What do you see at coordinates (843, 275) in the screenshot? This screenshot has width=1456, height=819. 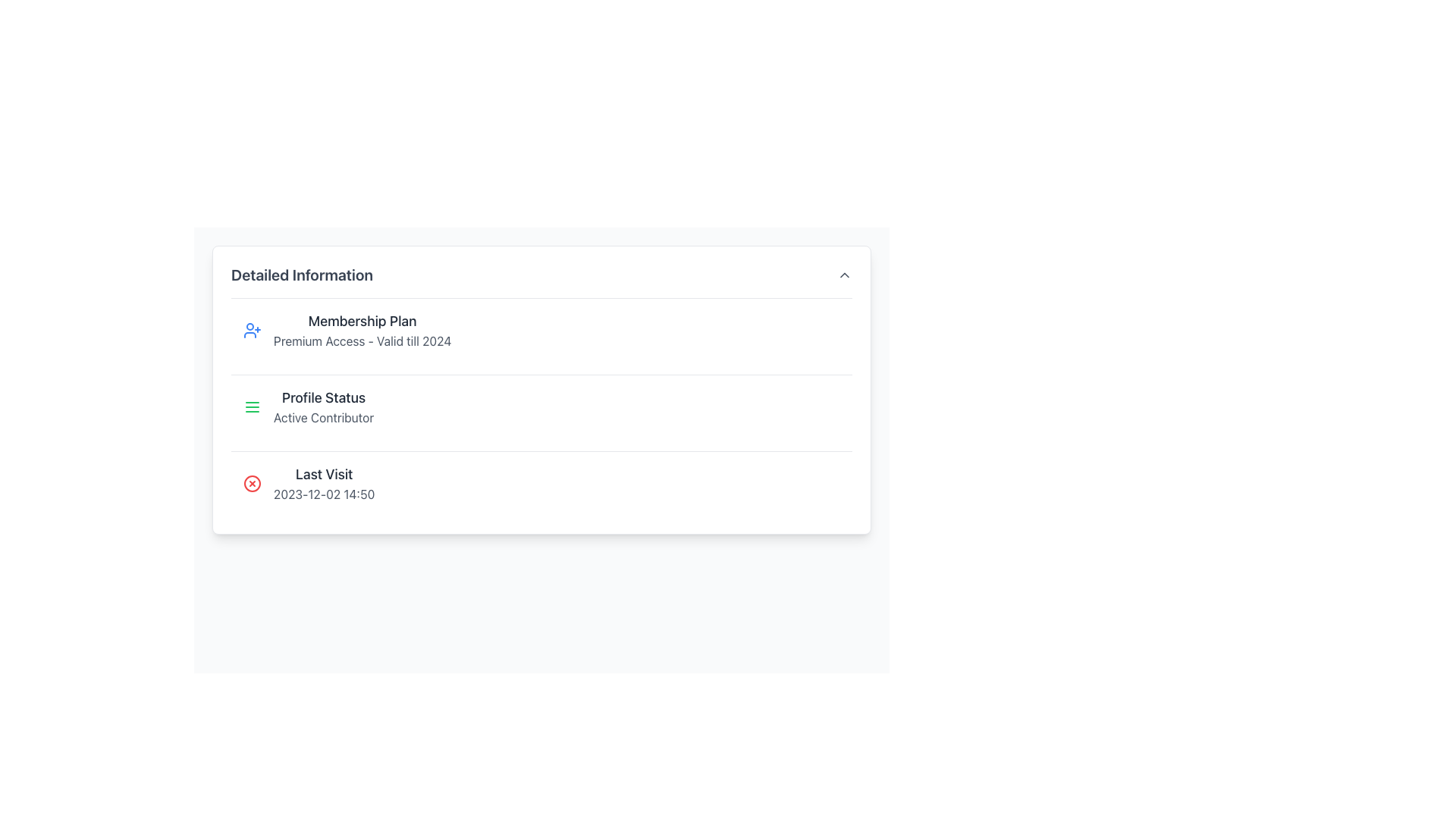 I see `the upward-pointing gray triangle icon located at the far right of the 'Detailed Information' header section to emphasize or highlight it` at bounding box center [843, 275].